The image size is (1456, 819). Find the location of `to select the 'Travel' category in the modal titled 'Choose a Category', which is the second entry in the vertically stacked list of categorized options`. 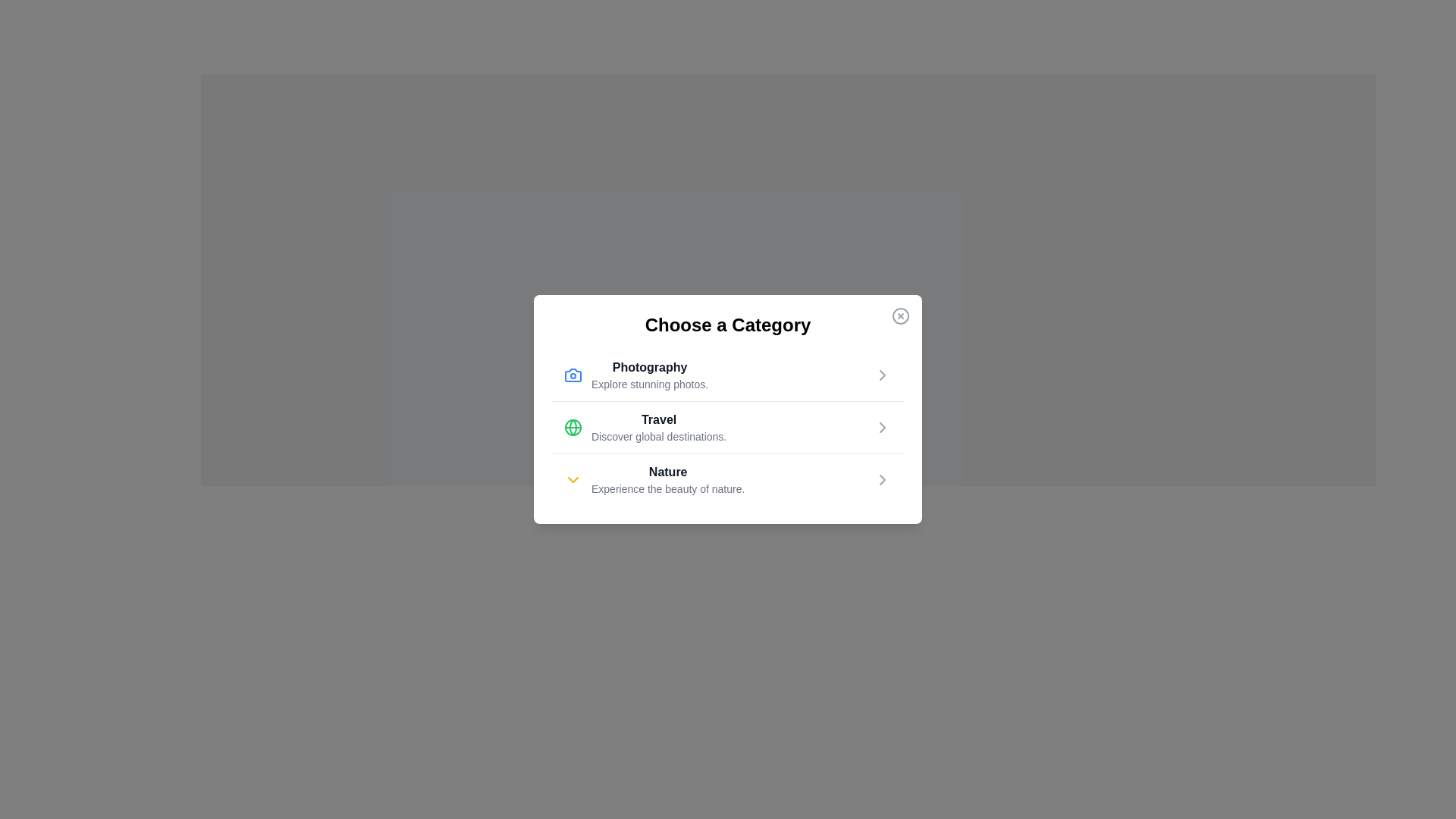

to select the 'Travel' category in the modal titled 'Choose a Category', which is the second entry in the vertically stacked list of categorized options is located at coordinates (728, 409).